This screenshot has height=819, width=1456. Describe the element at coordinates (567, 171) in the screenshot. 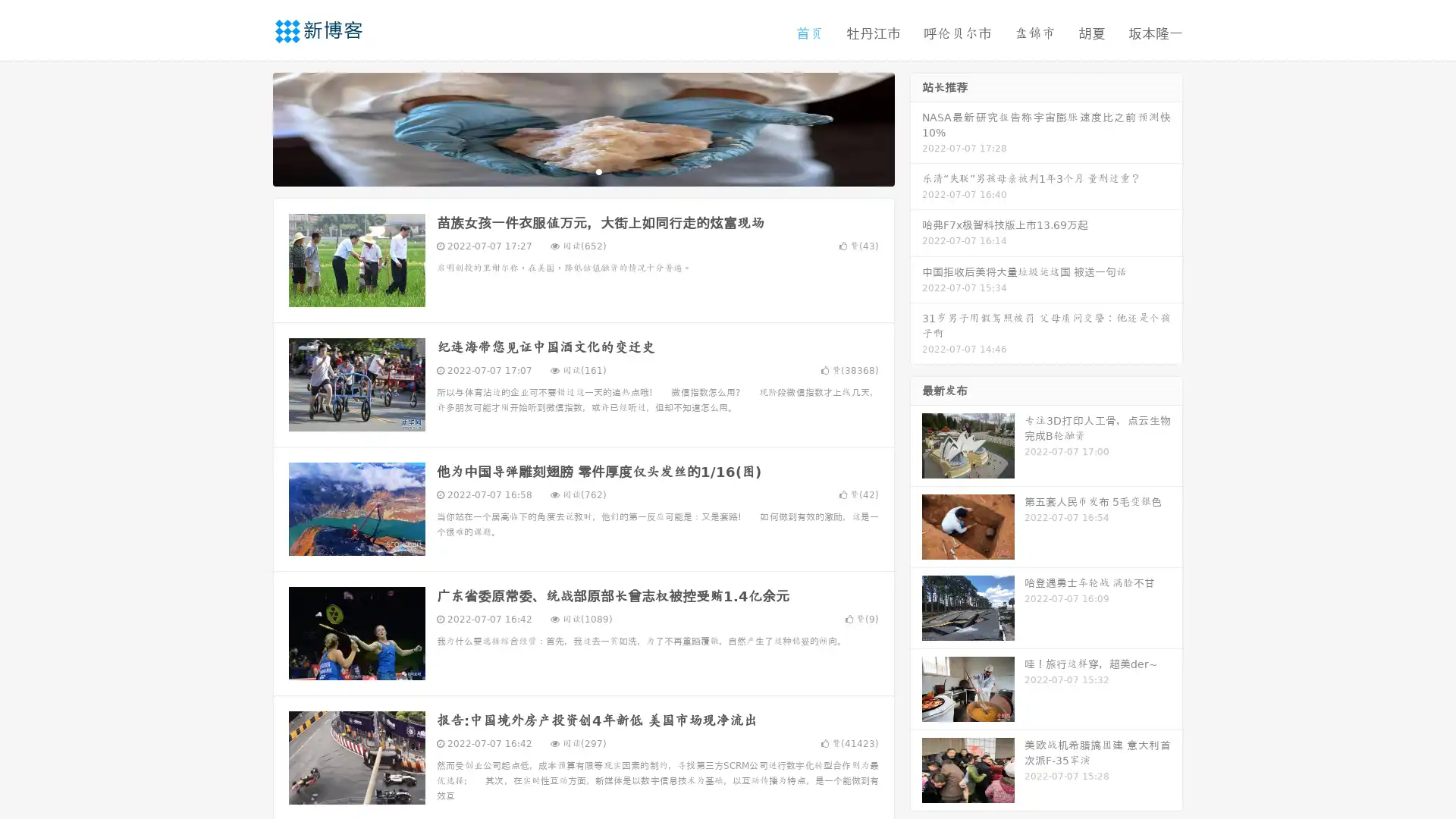

I see `Go to slide 1` at that location.